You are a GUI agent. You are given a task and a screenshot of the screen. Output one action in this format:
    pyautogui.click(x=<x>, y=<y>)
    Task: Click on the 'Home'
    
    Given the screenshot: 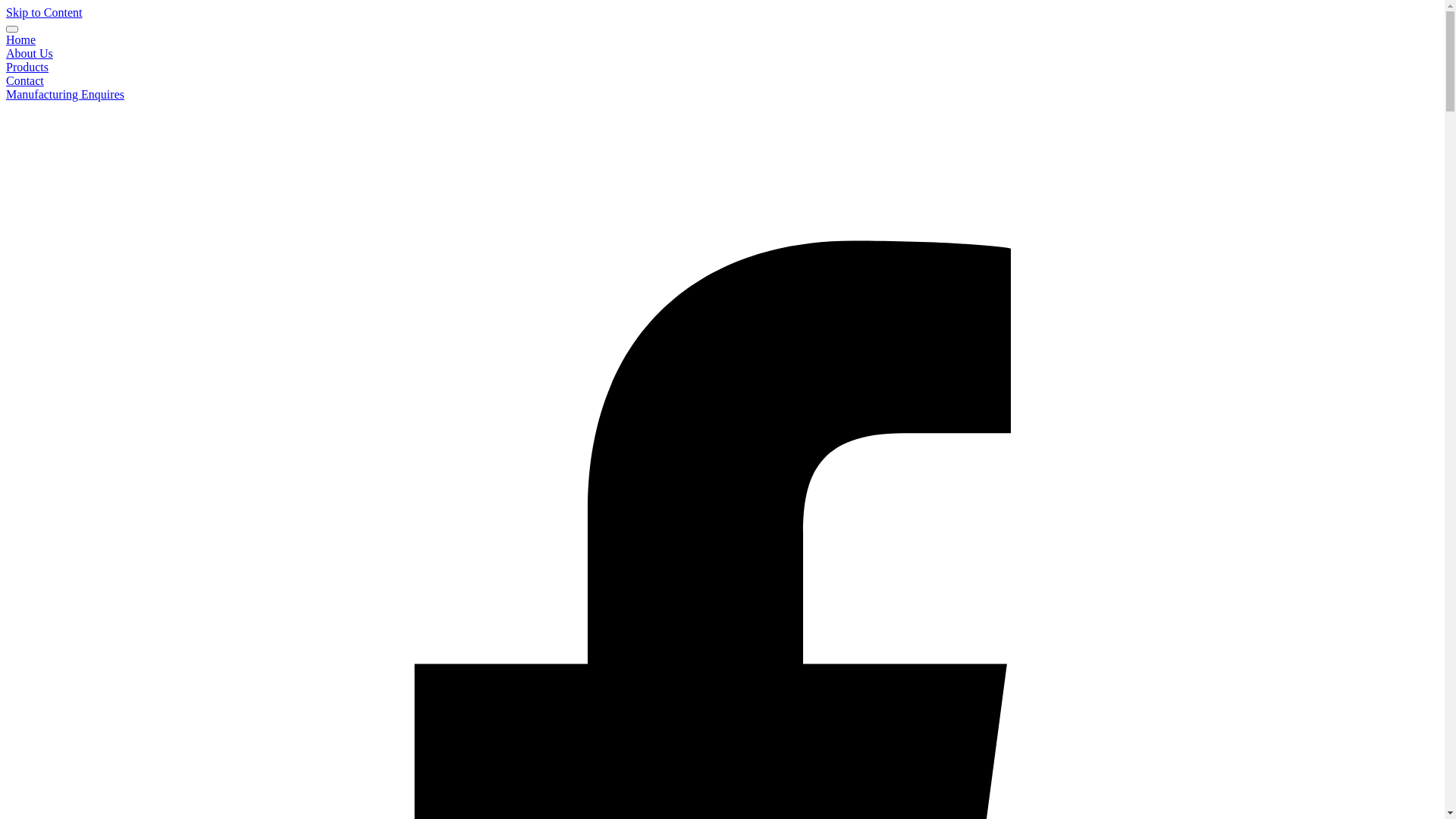 What is the action you would take?
    pyautogui.click(x=6, y=39)
    